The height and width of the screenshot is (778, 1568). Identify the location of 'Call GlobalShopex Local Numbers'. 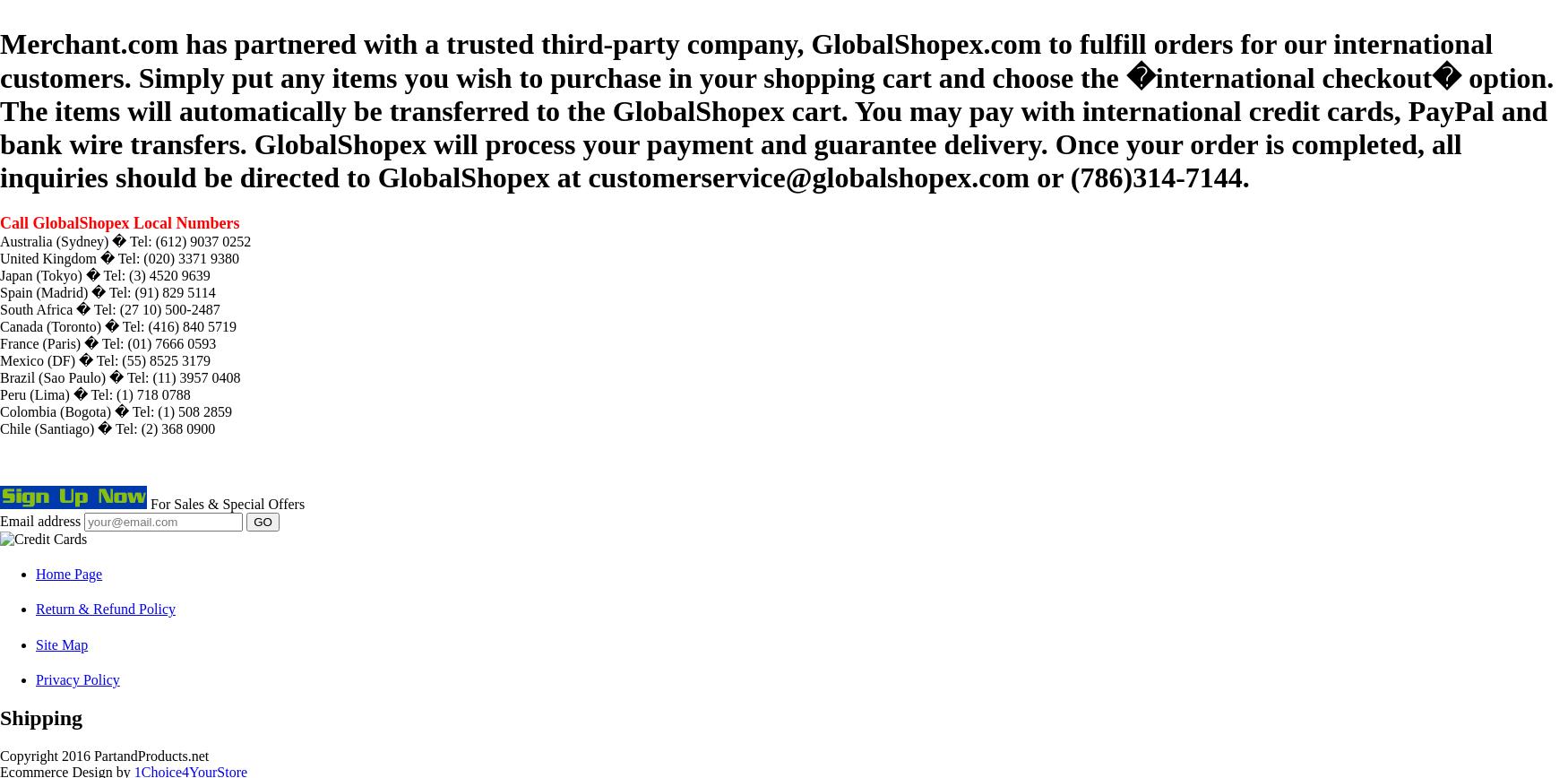
(118, 221).